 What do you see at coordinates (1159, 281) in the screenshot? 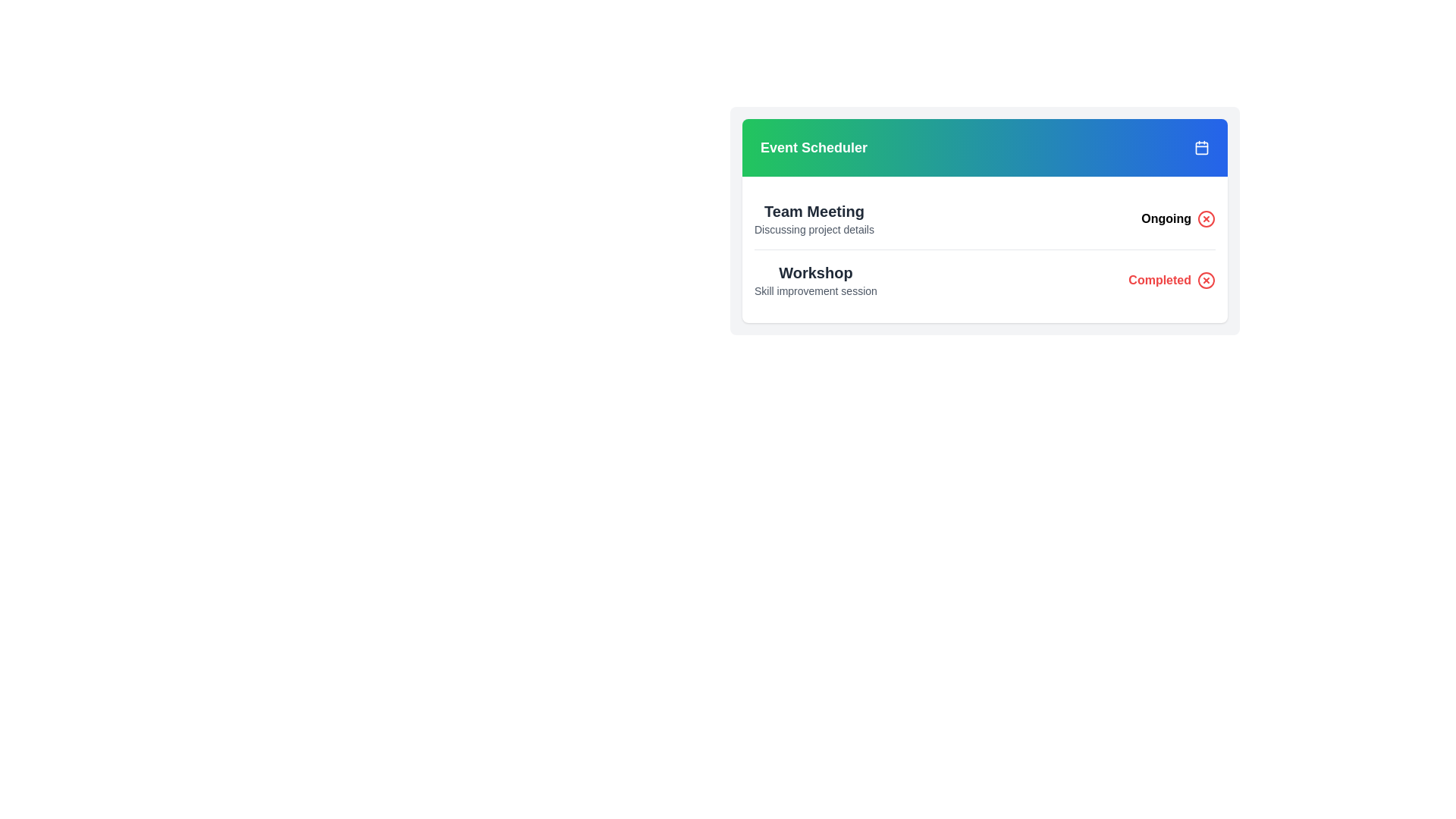
I see `the bold red text label displaying the word 'Completed', located towards the bottom right of the panel associated with the 'Workshop' event` at bounding box center [1159, 281].